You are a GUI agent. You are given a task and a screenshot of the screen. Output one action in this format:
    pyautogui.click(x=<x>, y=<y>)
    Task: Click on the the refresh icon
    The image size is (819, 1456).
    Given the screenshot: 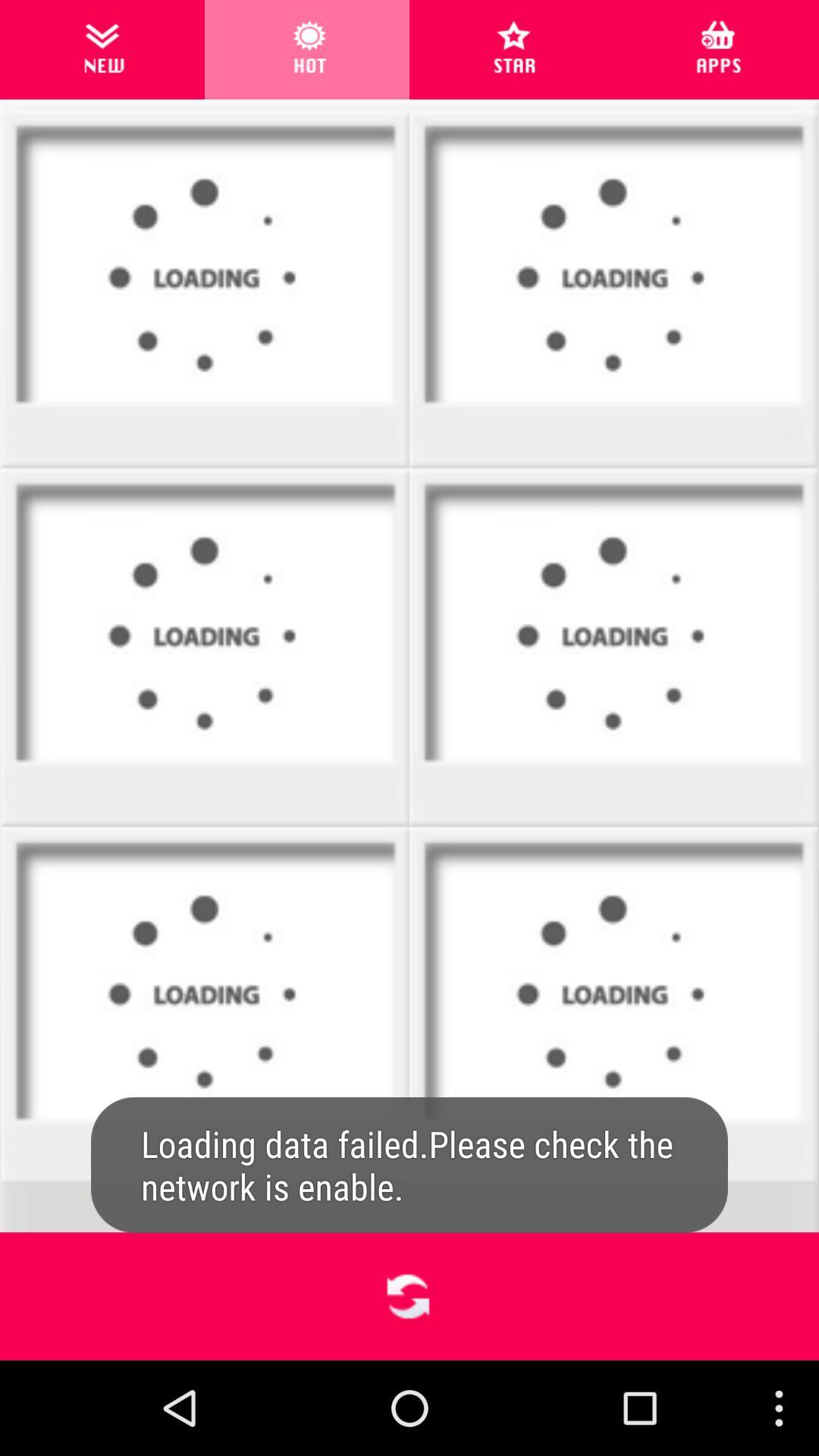 What is the action you would take?
    pyautogui.click(x=408, y=1387)
    